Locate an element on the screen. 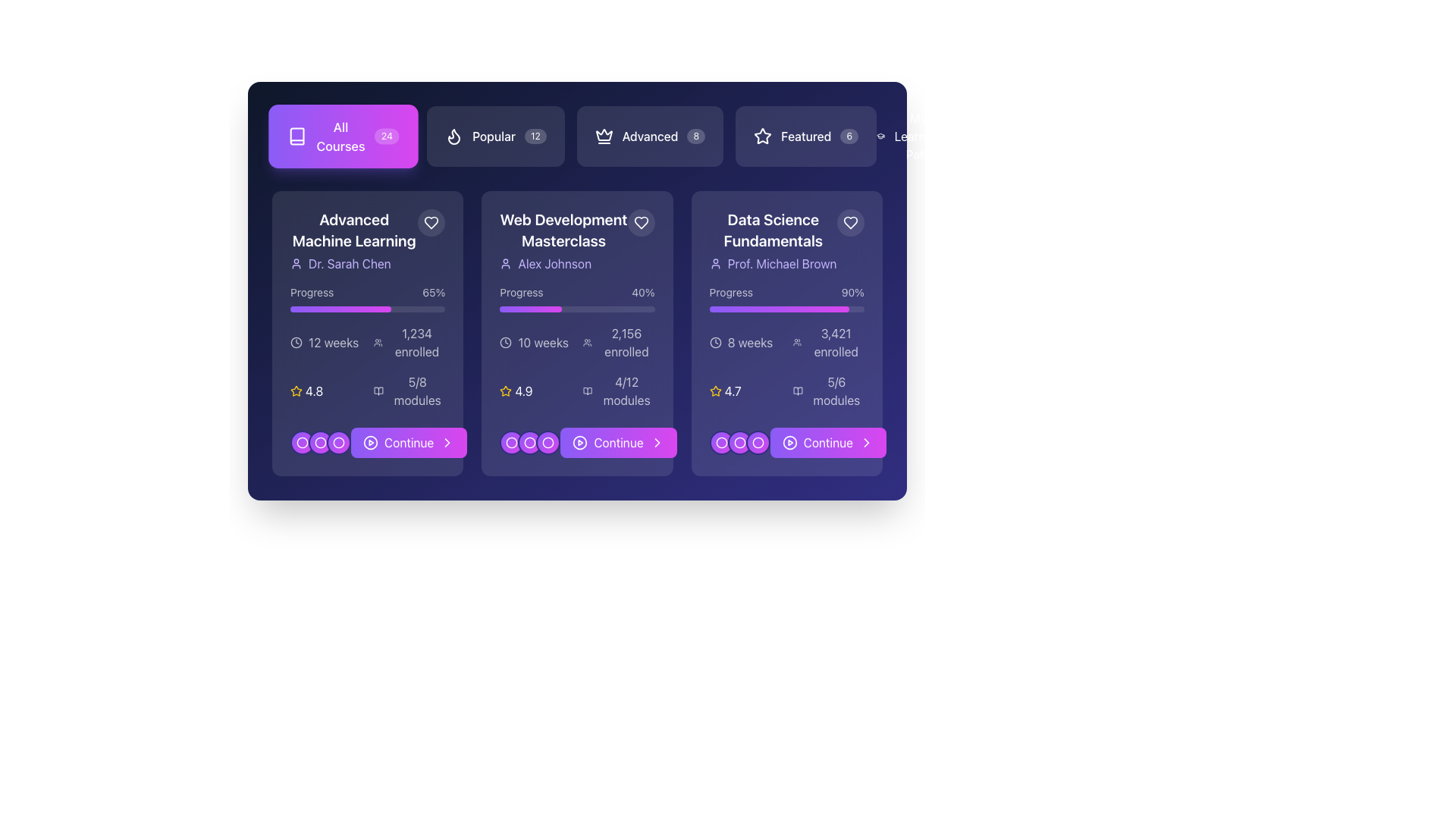  the first circular progress indicator at the bottom of the 'Web Development Masterclass' card is located at coordinates (512, 442).